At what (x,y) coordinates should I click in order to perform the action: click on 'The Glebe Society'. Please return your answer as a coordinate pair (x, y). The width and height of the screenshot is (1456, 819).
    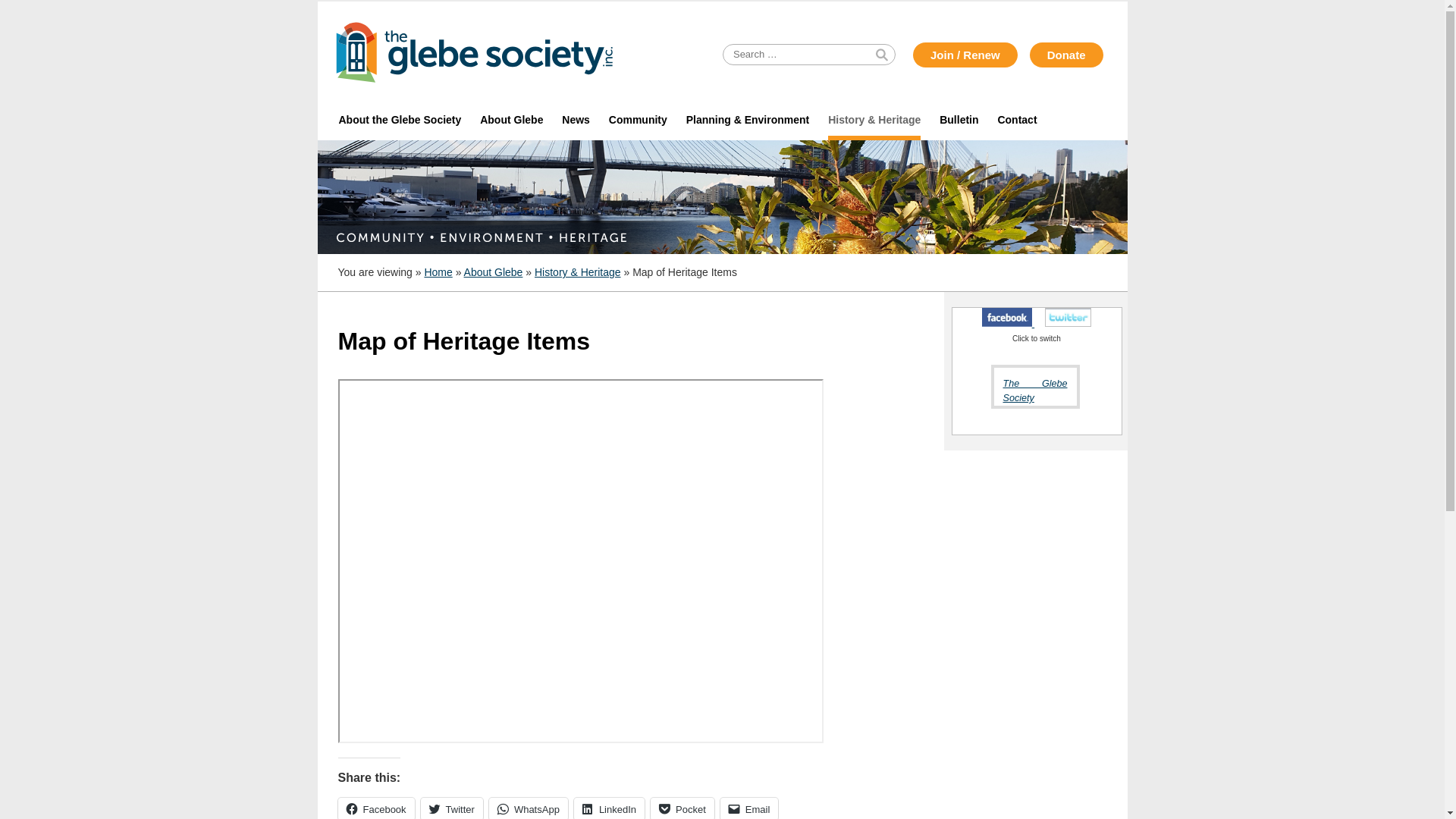
    Looking at the image, I should click on (1002, 390).